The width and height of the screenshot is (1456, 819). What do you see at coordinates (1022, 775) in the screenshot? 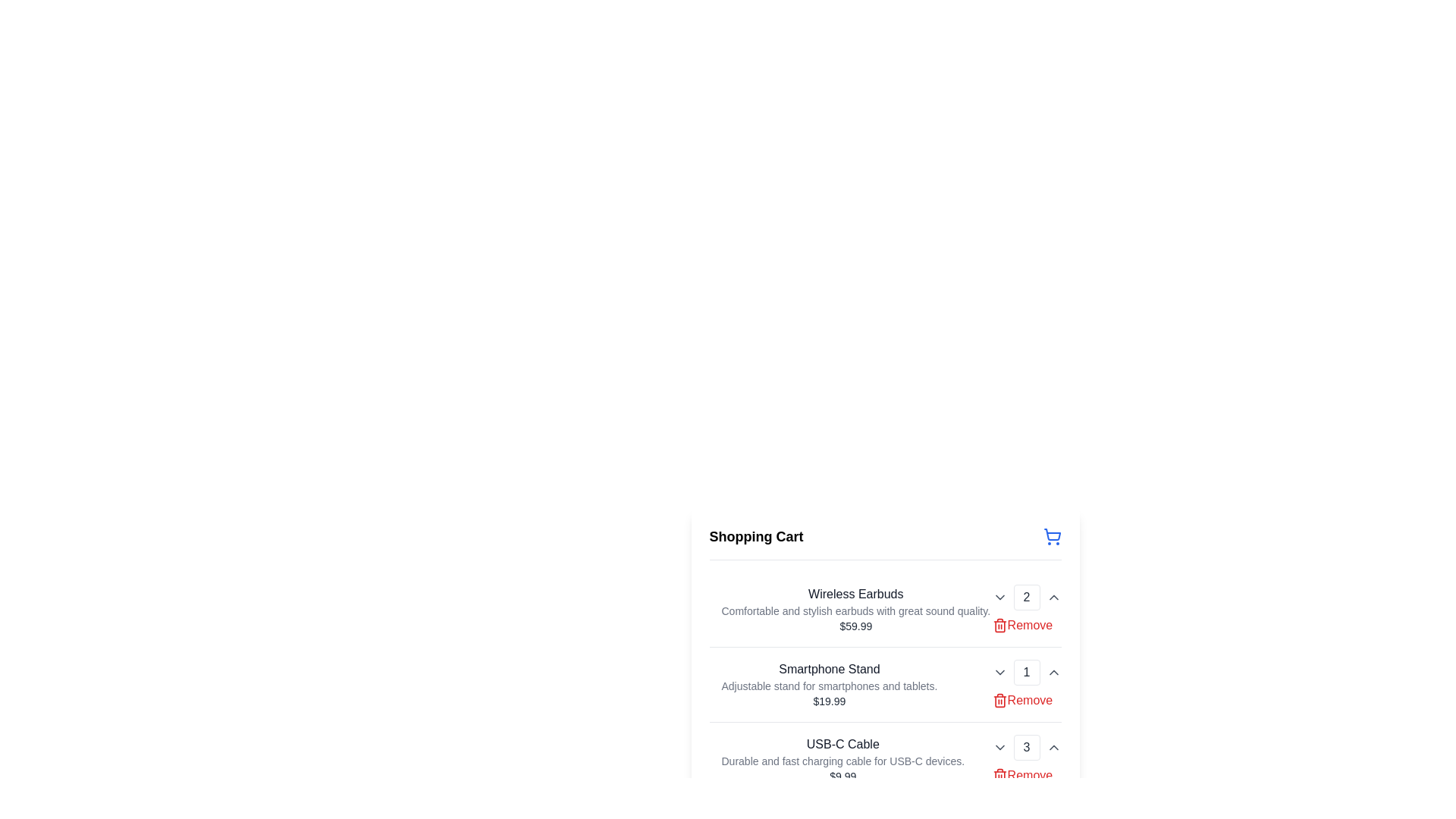
I see `the 'Remove' button, which is styled in red and includes a trash bin icon, located at the bottom-right corner of the product row for 'USB-C Cable'` at bounding box center [1022, 775].